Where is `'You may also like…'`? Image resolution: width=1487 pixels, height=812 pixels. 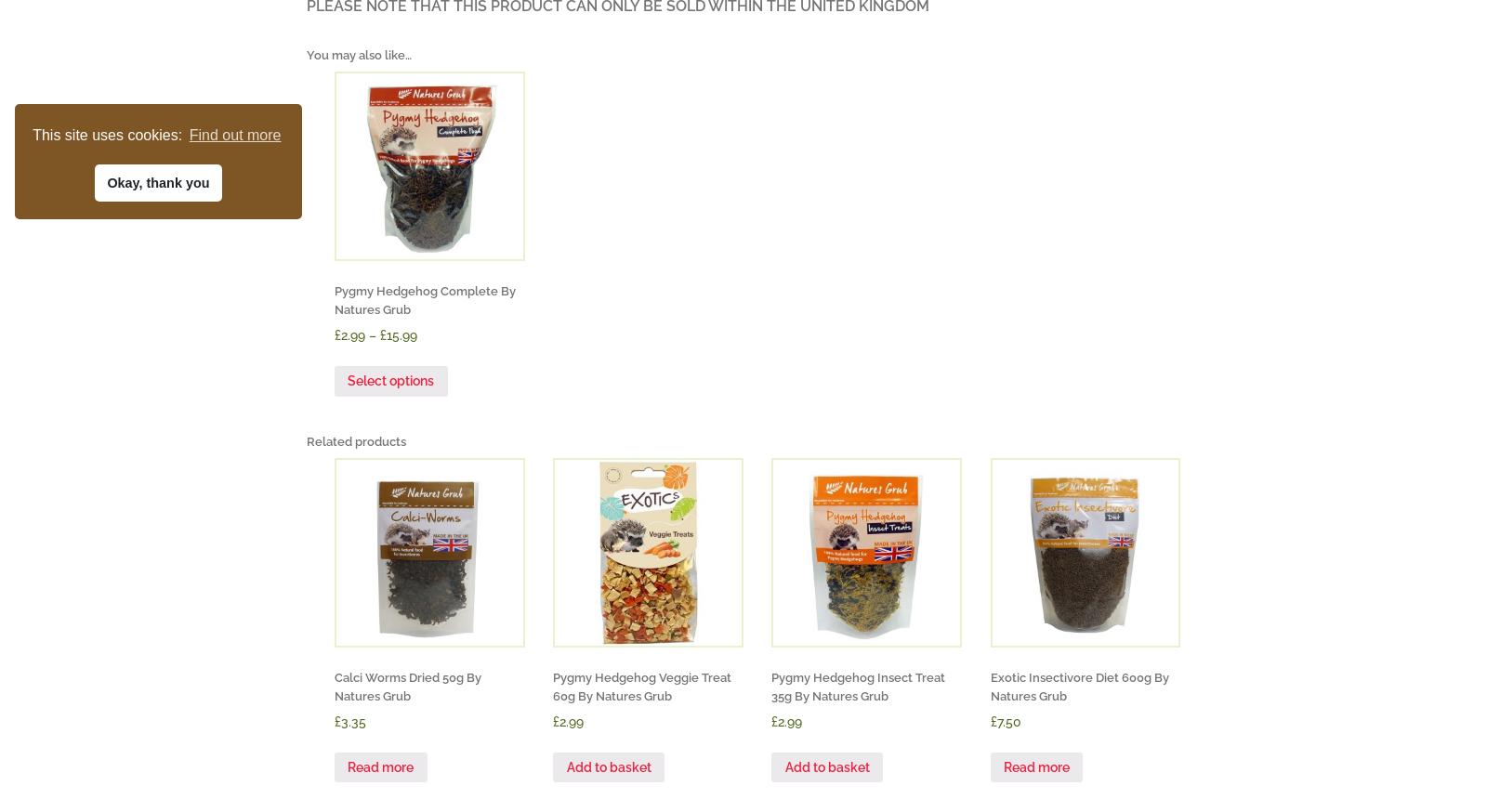 'You may also like…' is located at coordinates (359, 53).